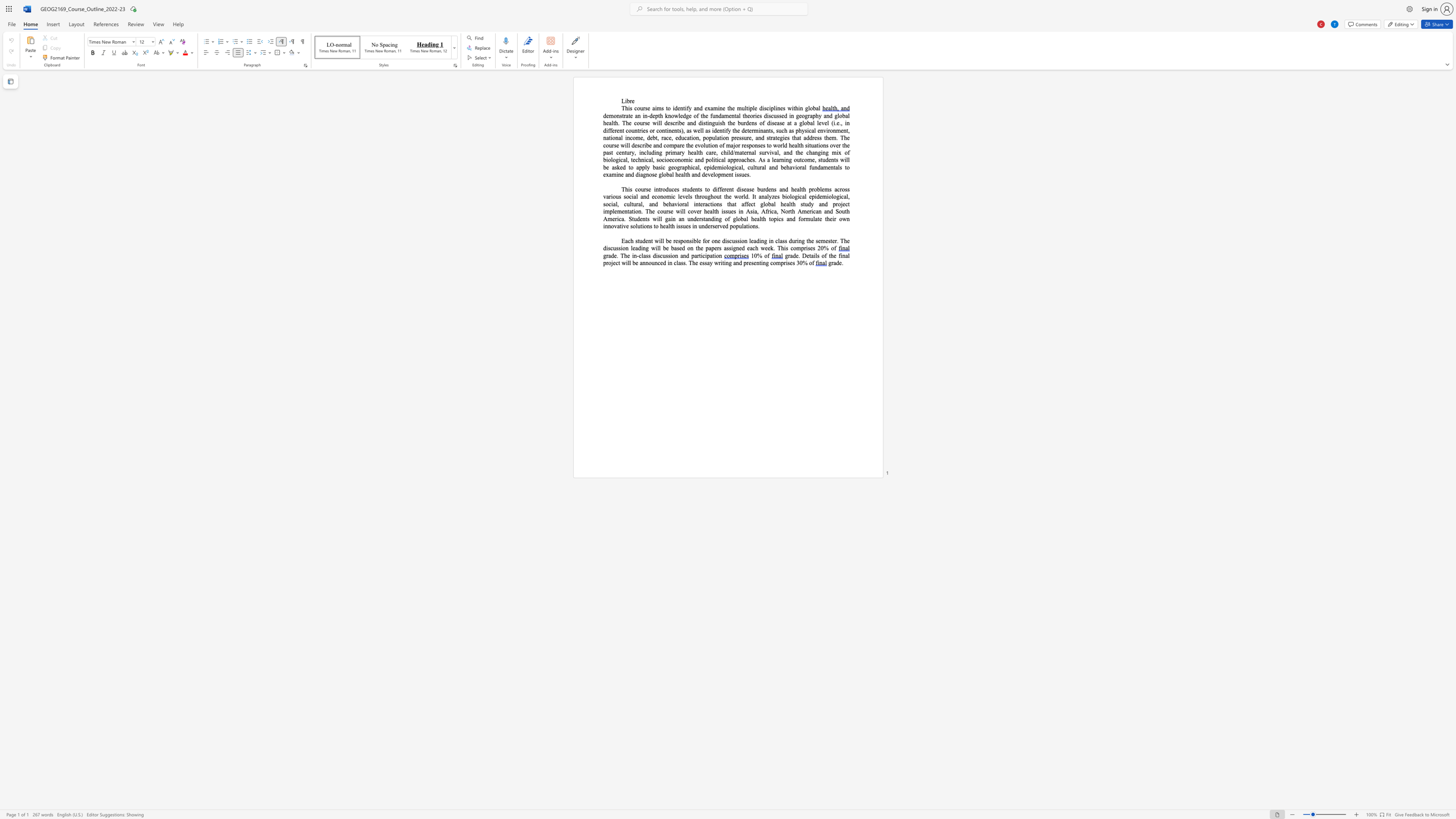 This screenshot has width=1456, height=819. Describe the element at coordinates (794, 219) in the screenshot. I see `the 17th character "d" in the text` at that location.